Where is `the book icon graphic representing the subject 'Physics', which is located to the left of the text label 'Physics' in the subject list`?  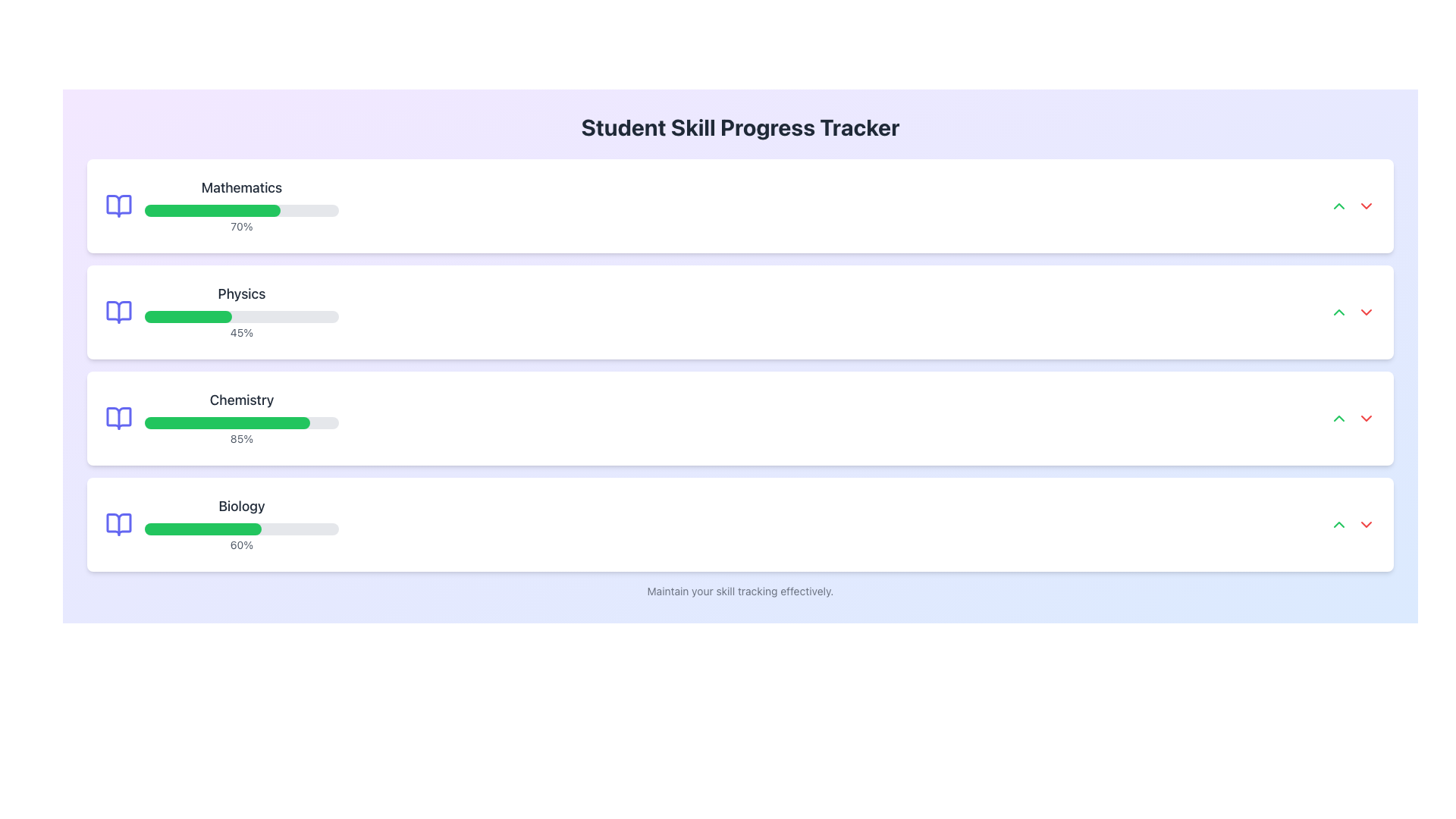
the book icon graphic representing the subject 'Physics', which is located to the left of the text label 'Physics' in the subject list is located at coordinates (118, 312).